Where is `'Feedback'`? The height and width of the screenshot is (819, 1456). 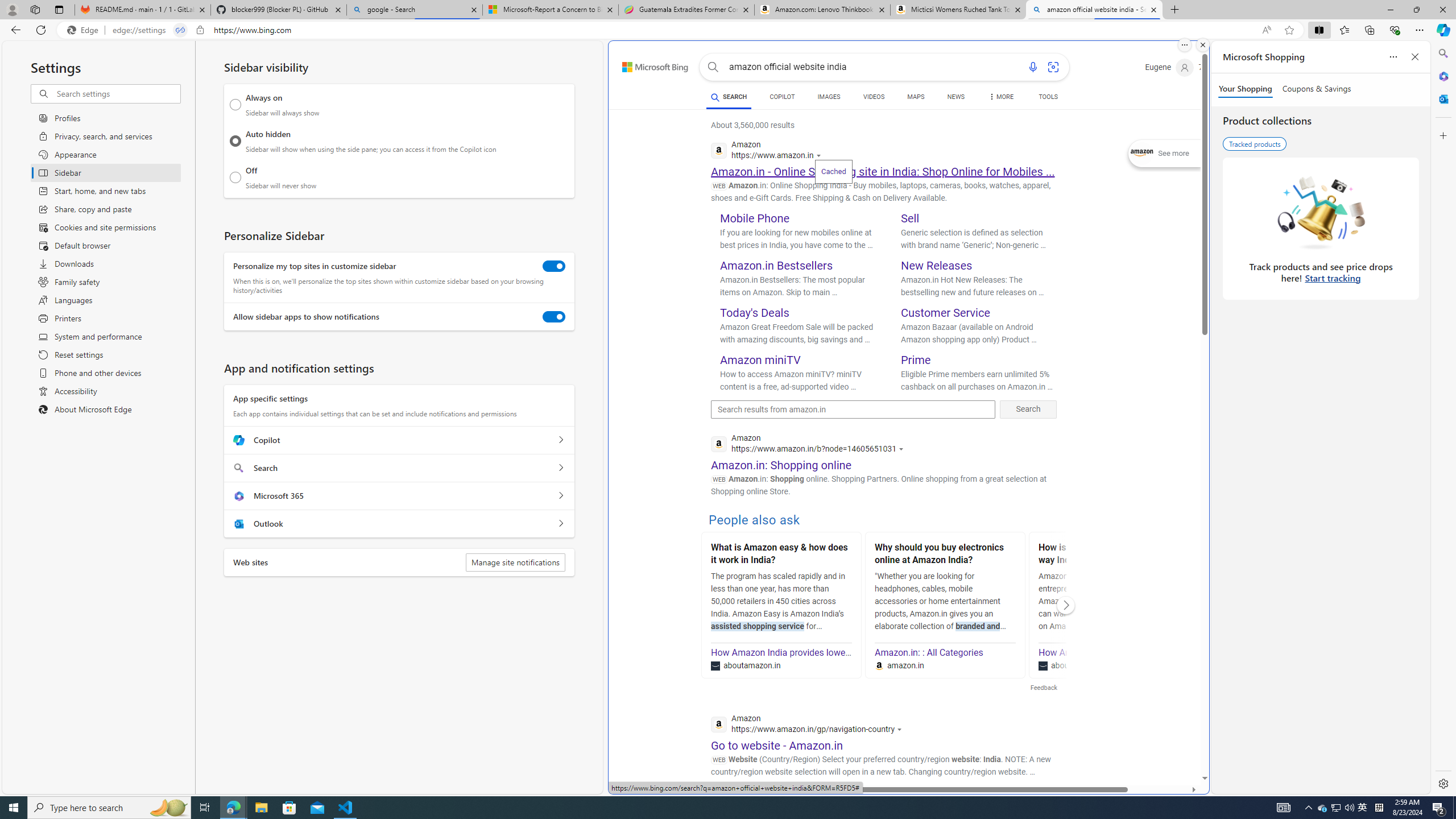
'Feedback' is located at coordinates (1043, 688).